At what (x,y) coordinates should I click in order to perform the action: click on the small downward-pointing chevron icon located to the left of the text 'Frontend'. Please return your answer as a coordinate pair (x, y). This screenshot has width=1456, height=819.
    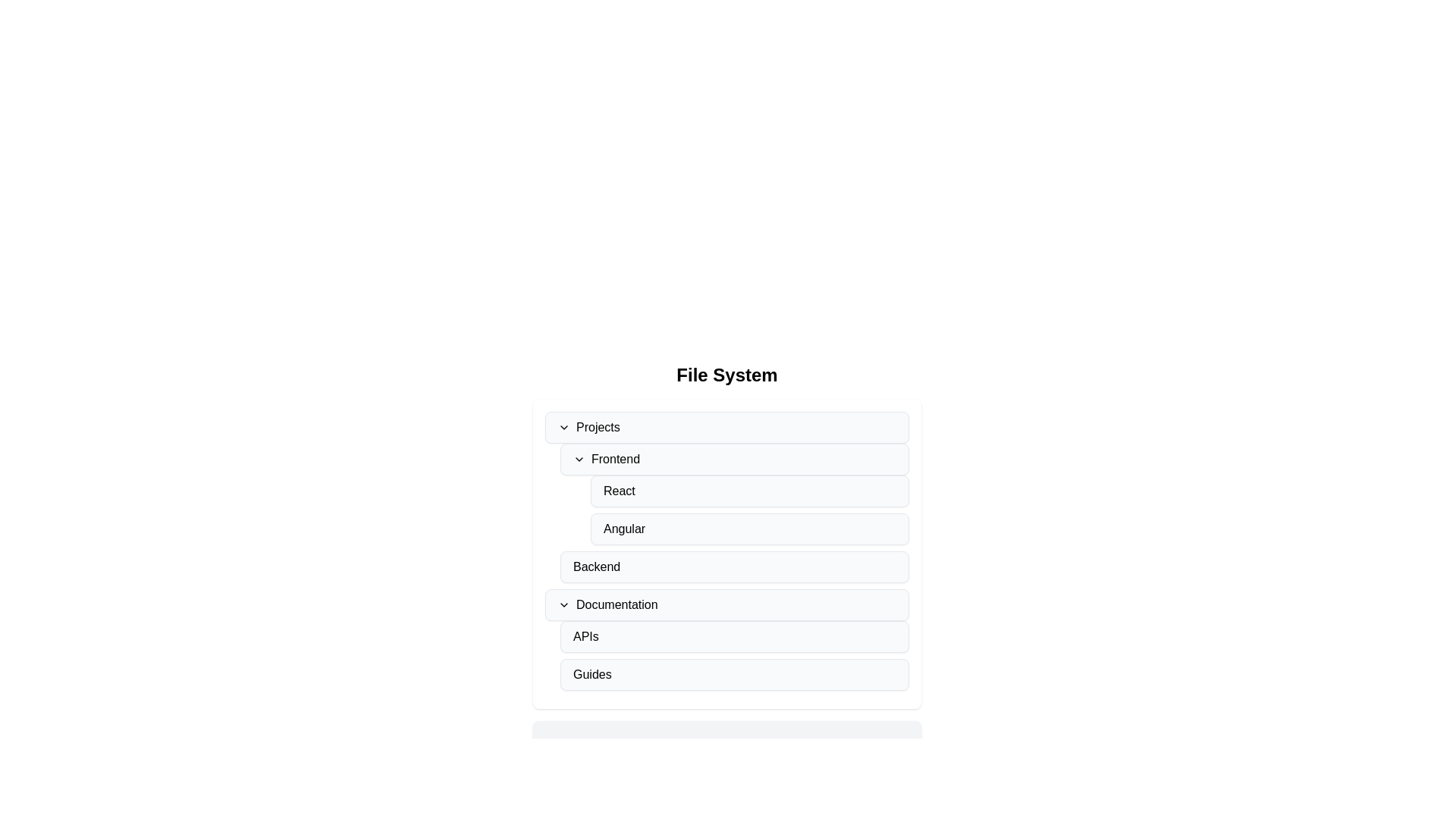
    Looking at the image, I should click on (578, 458).